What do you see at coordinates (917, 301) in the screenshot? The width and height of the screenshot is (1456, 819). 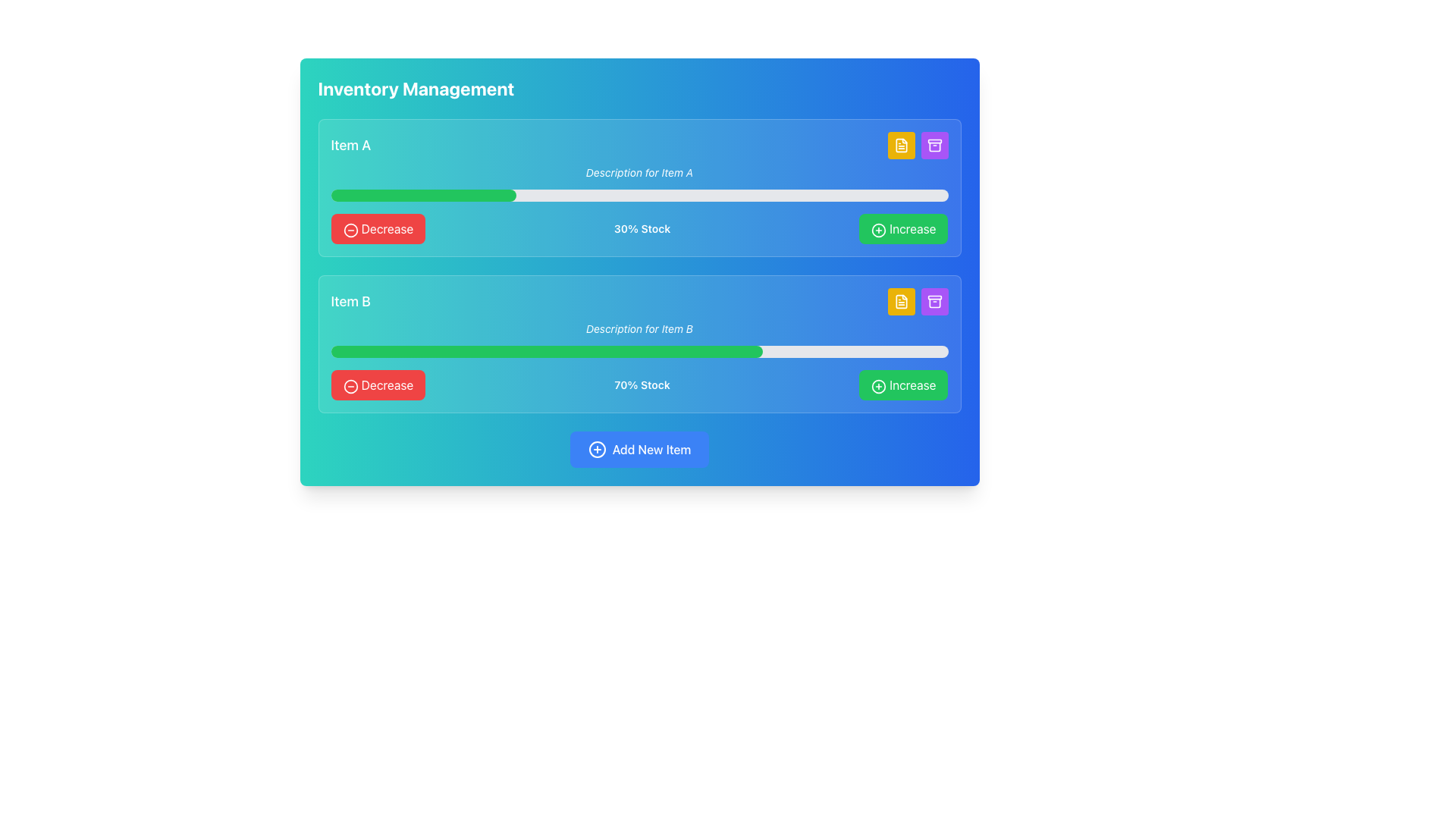 I see `the square button with a yellow background that has a document icon, located in the 'Item B' section, positioned to the left of a purple button` at bounding box center [917, 301].